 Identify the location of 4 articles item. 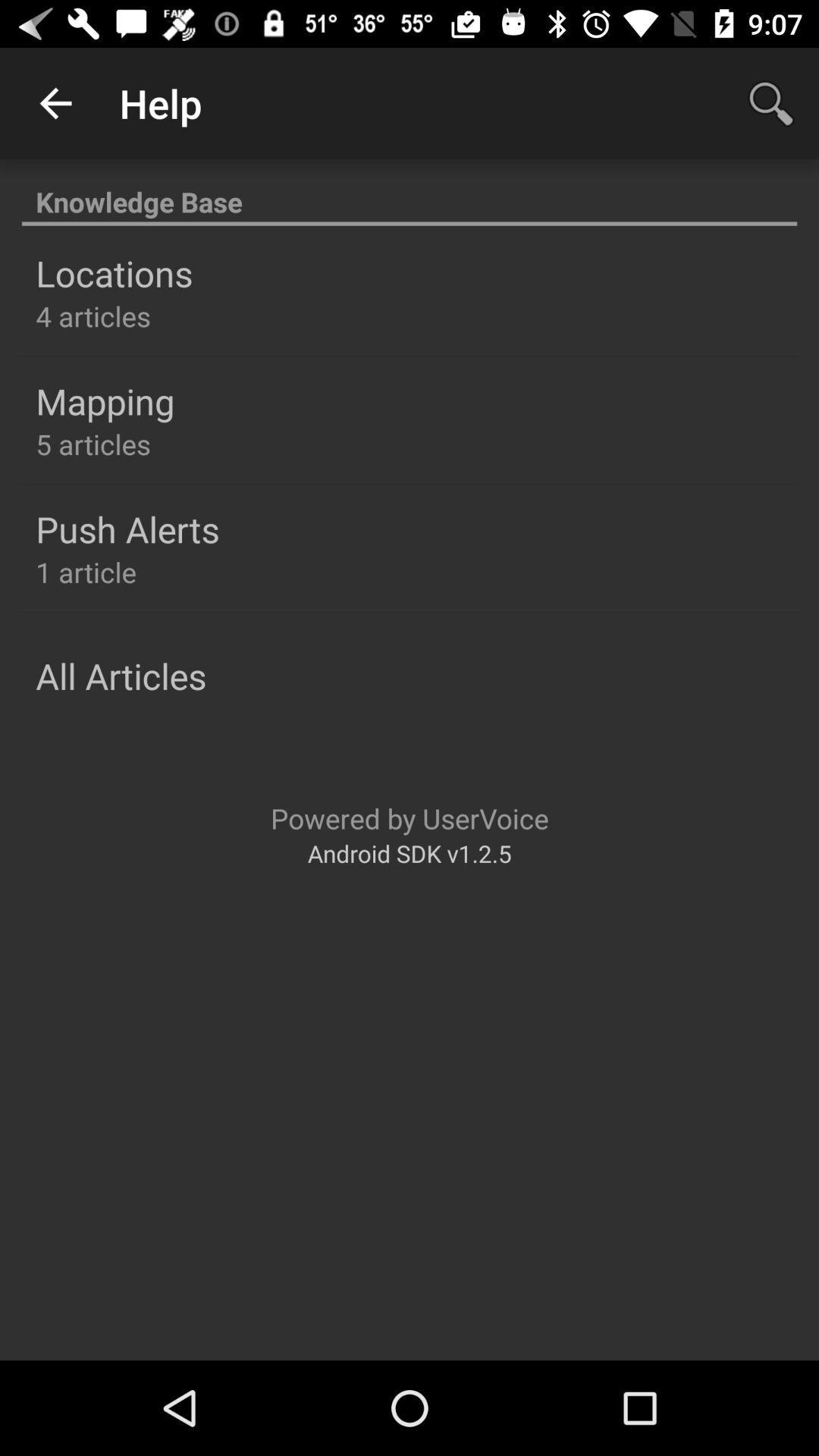
(93, 315).